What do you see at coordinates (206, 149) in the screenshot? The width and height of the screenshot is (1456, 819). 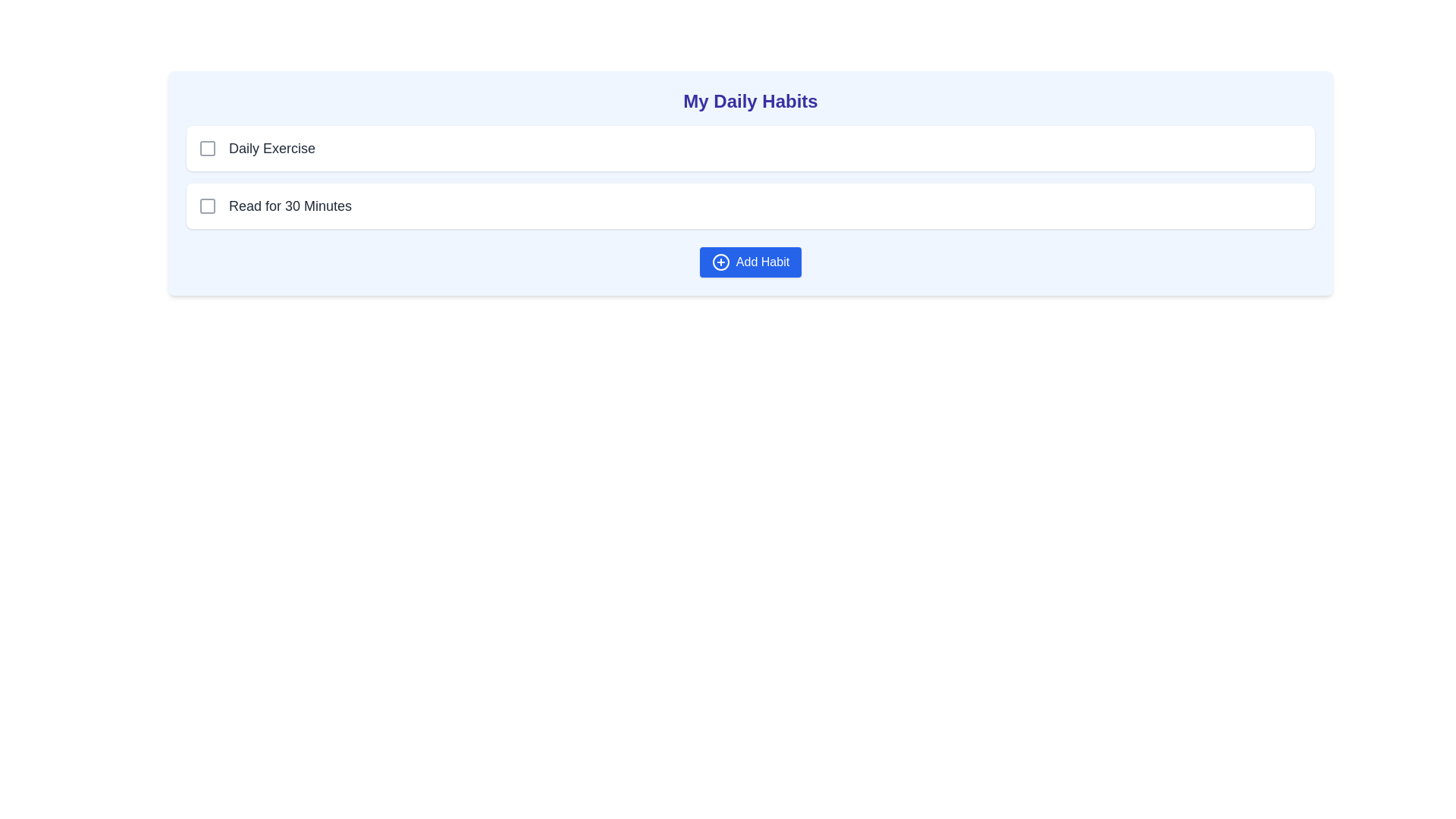 I see `the checkbox element for 'Daily Exercise'` at bounding box center [206, 149].